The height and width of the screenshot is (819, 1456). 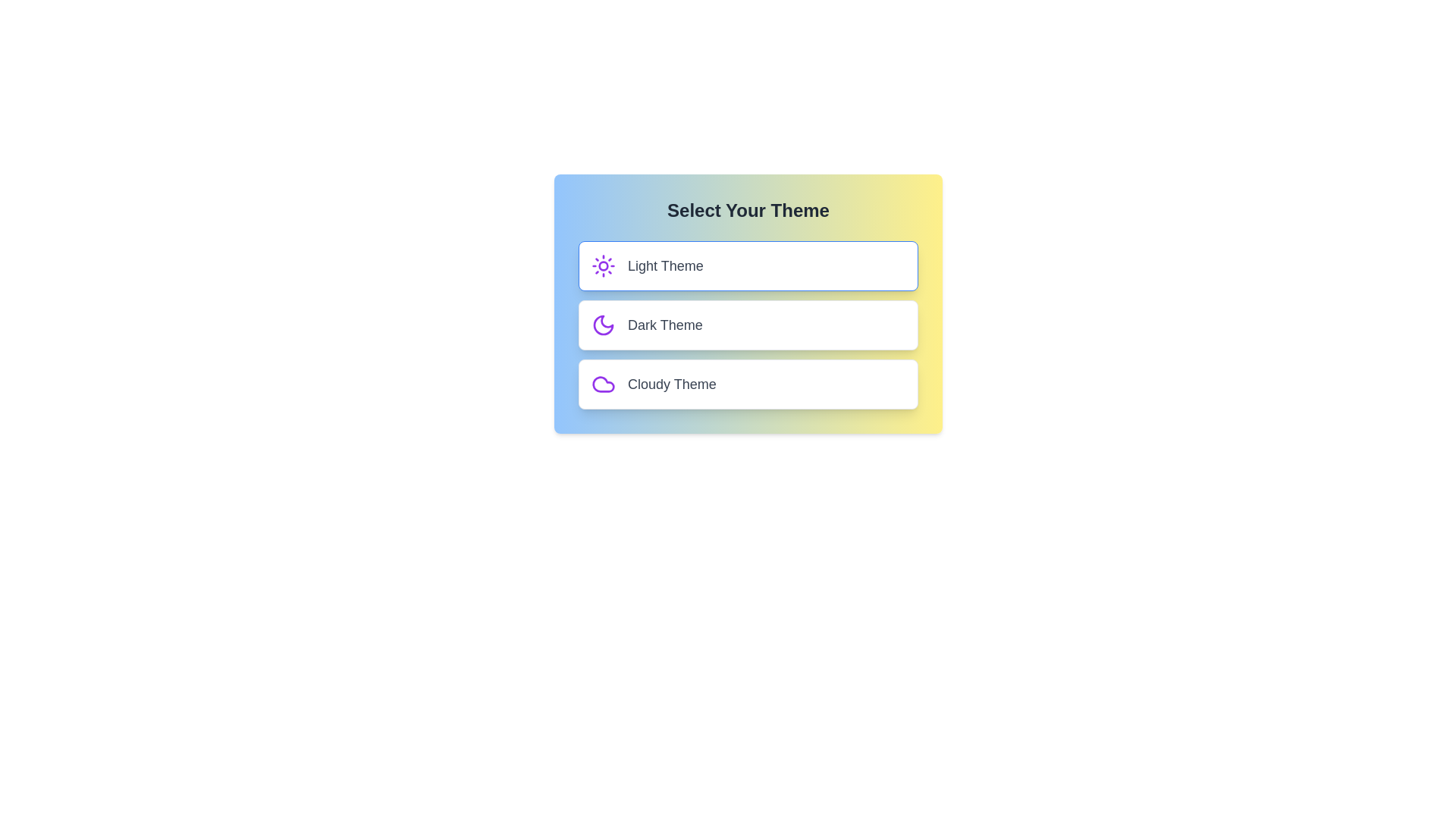 What do you see at coordinates (665, 324) in the screenshot?
I see `the 'Dark Theme' text label, which is styled with a medium-sized gray font and is located within the second theme selection card under 'Select Your Theme', to the right of the moon-shaped icon` at bounding box center [665, 324].